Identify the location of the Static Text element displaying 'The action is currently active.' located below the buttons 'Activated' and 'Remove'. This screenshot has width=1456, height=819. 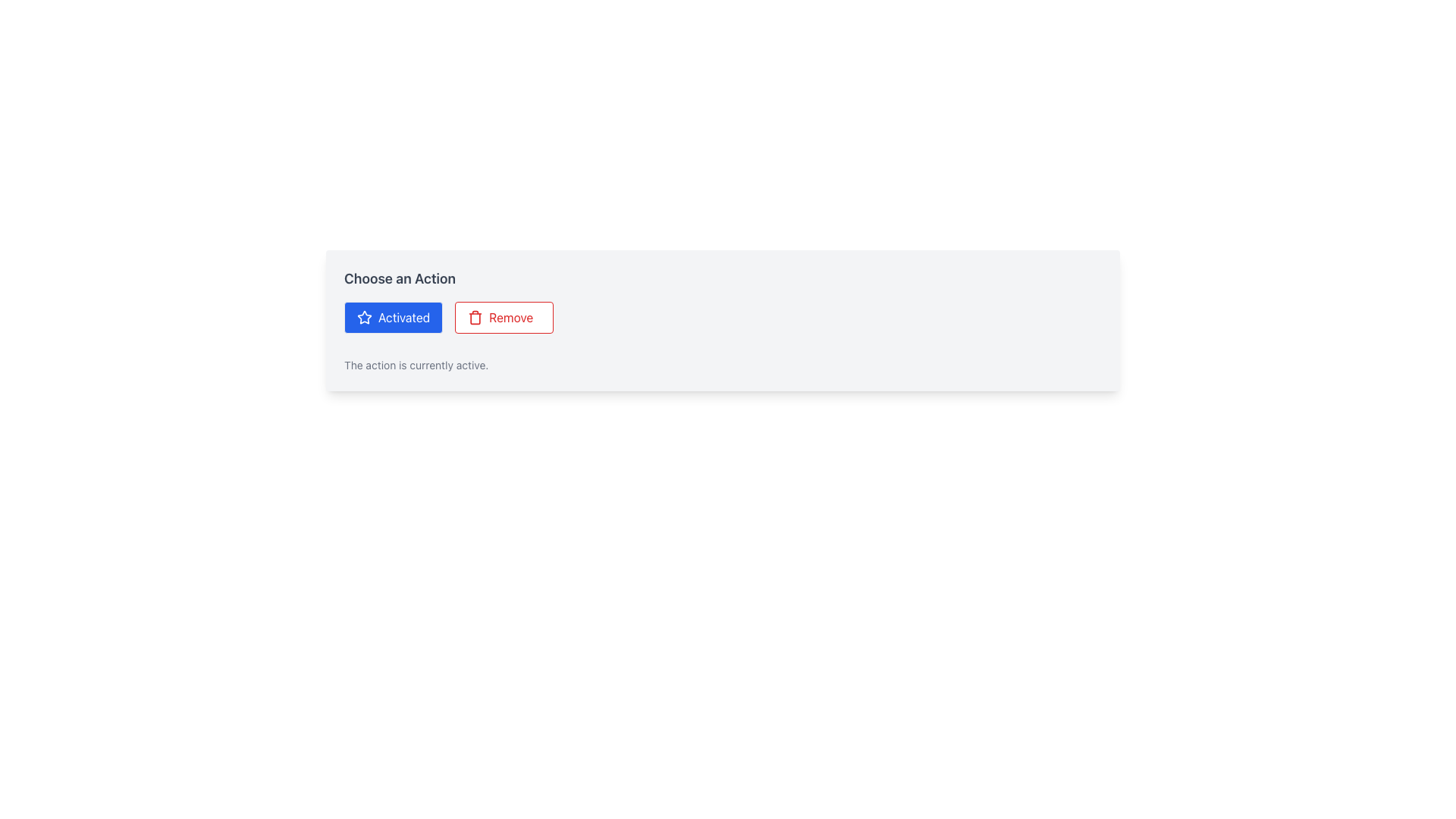
(416, 366).